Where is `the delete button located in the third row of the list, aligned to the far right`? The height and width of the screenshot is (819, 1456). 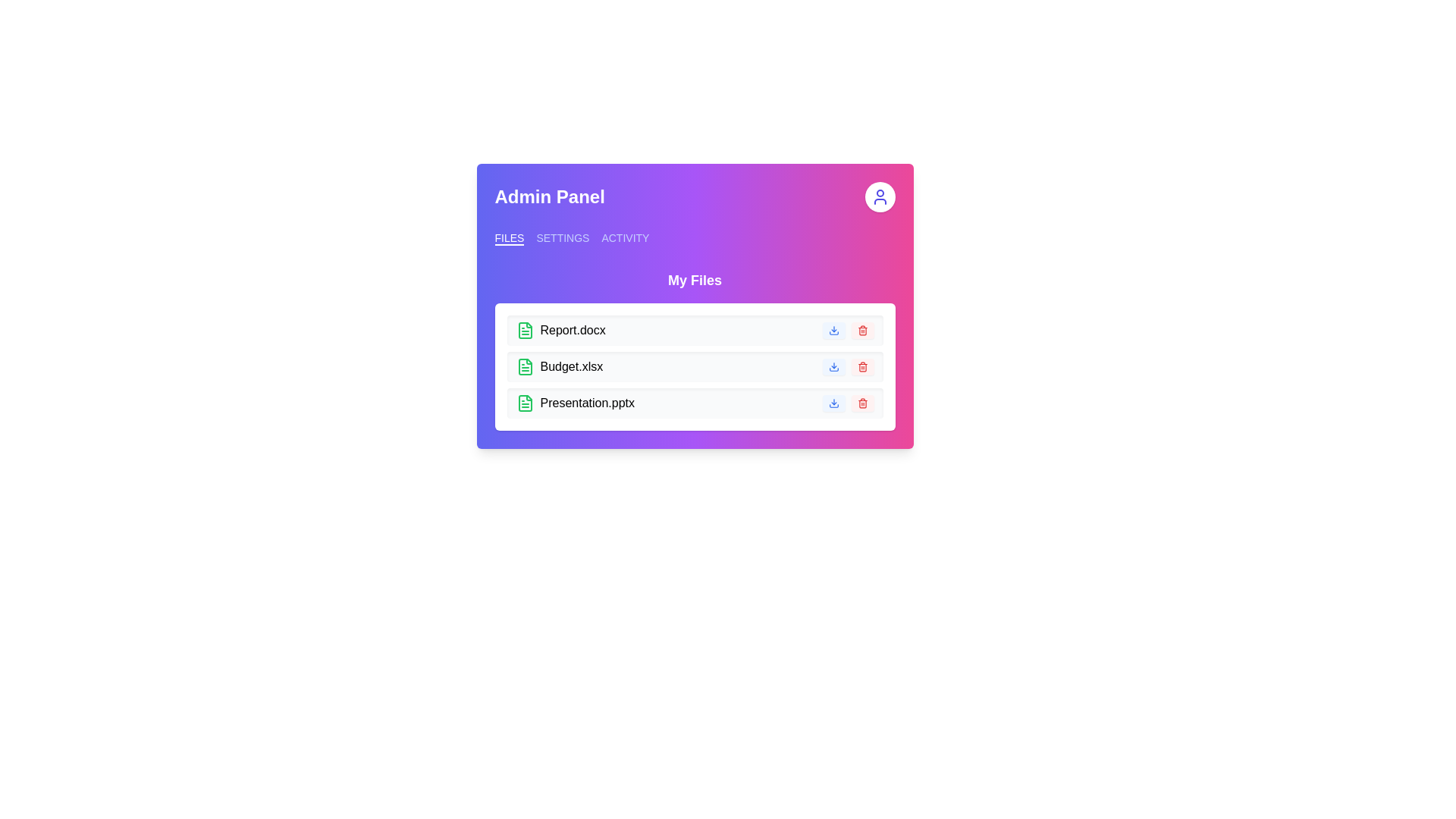 the delete button located in the third row of the list, aligned to the far right is located at coordinates (862, 403).